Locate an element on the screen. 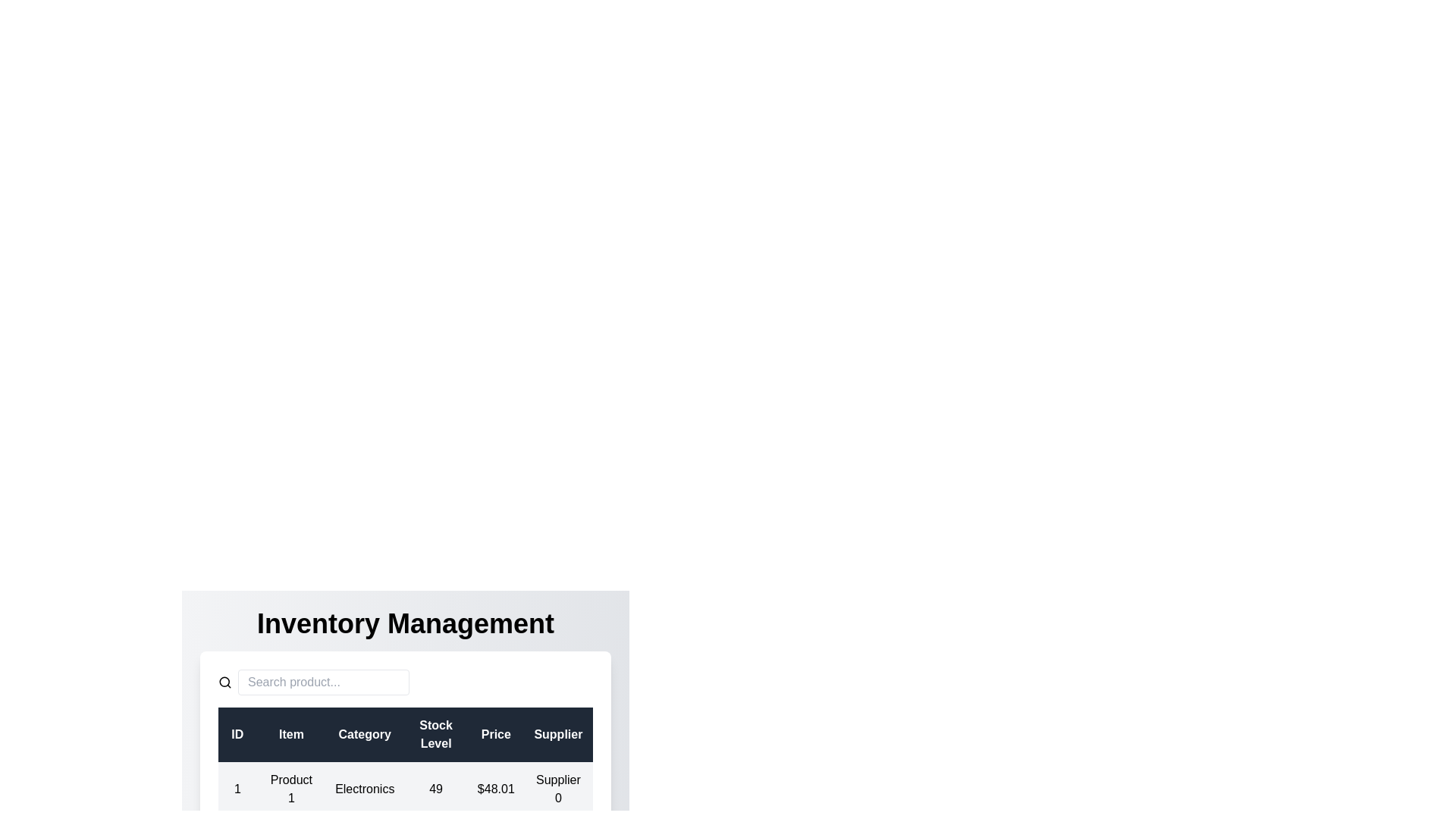  the search bar to inspect its behavior and design is located at coordinates (323, 681).